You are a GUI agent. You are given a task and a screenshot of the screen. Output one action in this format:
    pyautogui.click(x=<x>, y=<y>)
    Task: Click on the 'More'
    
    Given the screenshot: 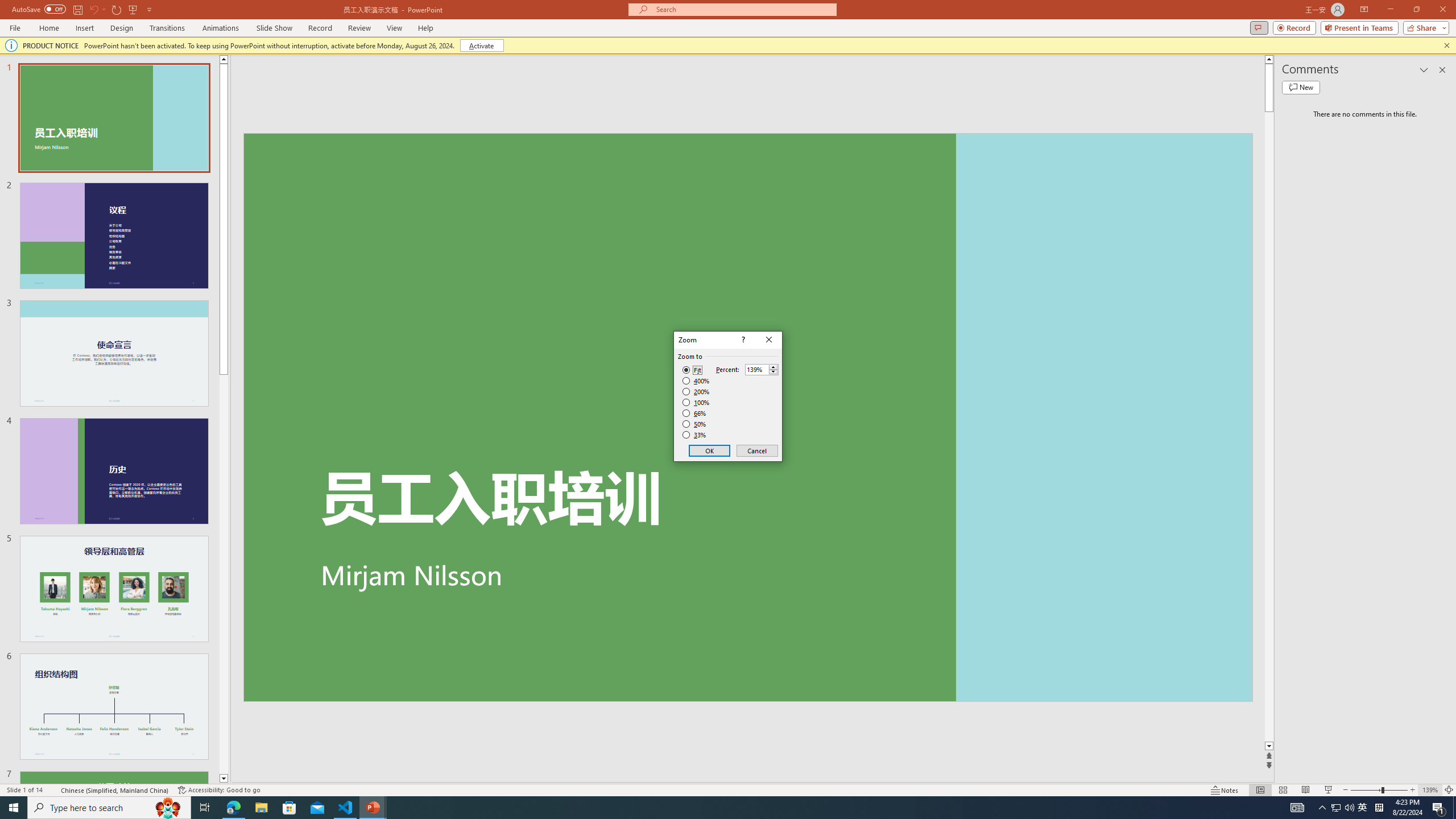 What is the action you would take?
    pyautogui.click(x=772, y=366)
    